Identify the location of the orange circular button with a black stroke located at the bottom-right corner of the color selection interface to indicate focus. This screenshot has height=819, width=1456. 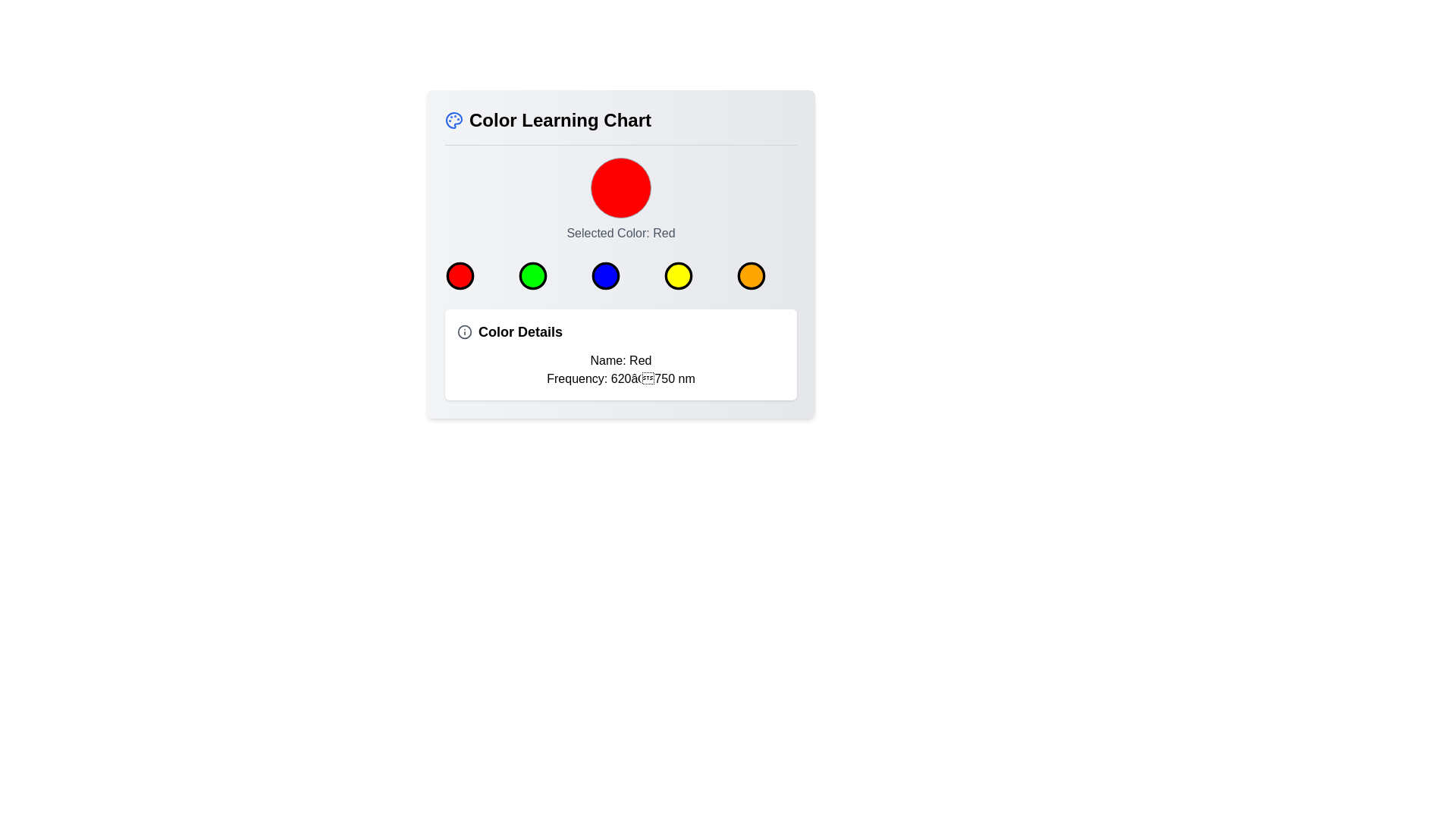
(751, 275).